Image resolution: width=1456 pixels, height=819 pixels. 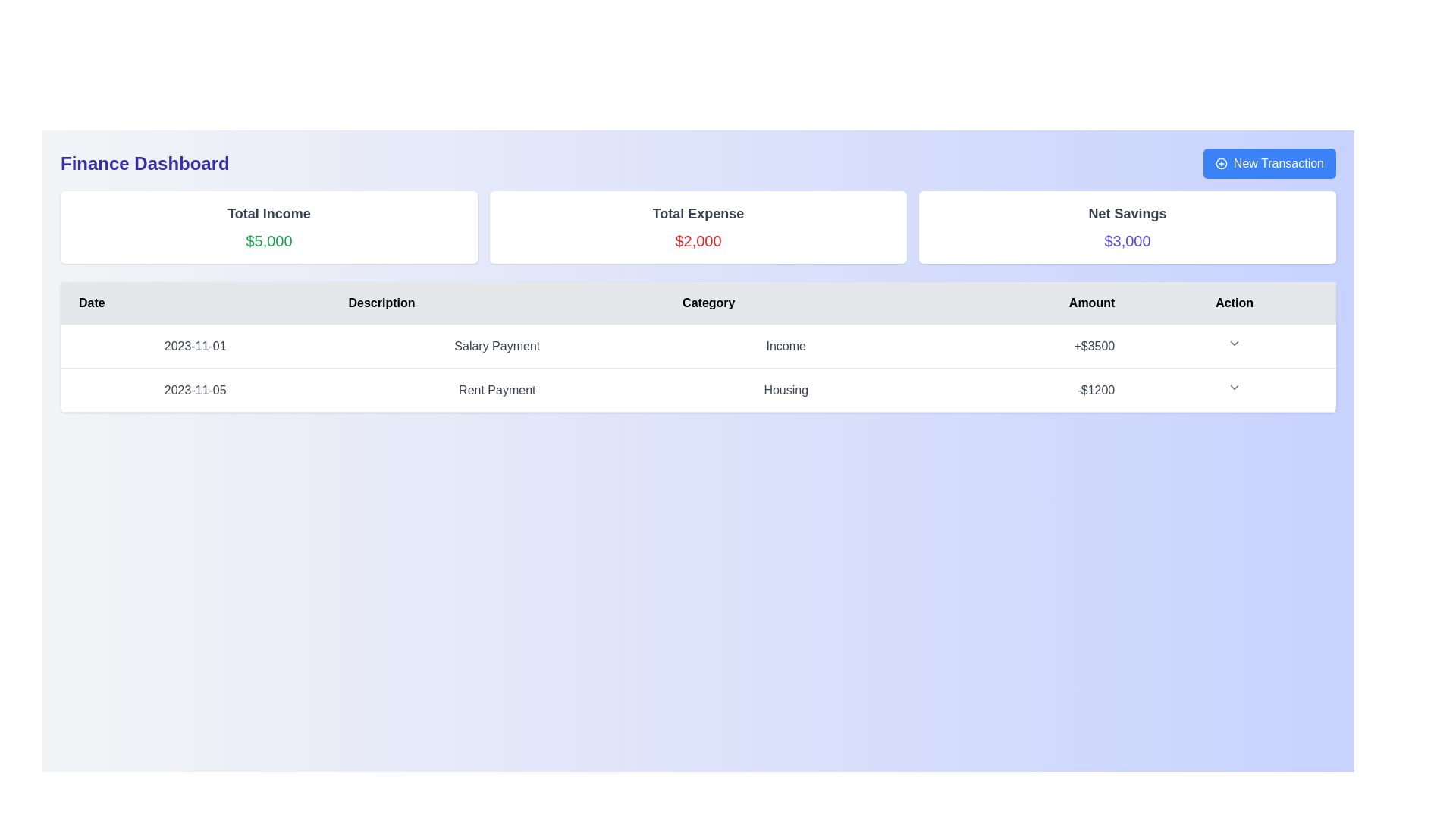 What do you see at coordinates (786, 346) in the screenshot?
I see `the static text label indicating the category of the associated transaction in the first data row of the table` at bounding box center [786, 346].